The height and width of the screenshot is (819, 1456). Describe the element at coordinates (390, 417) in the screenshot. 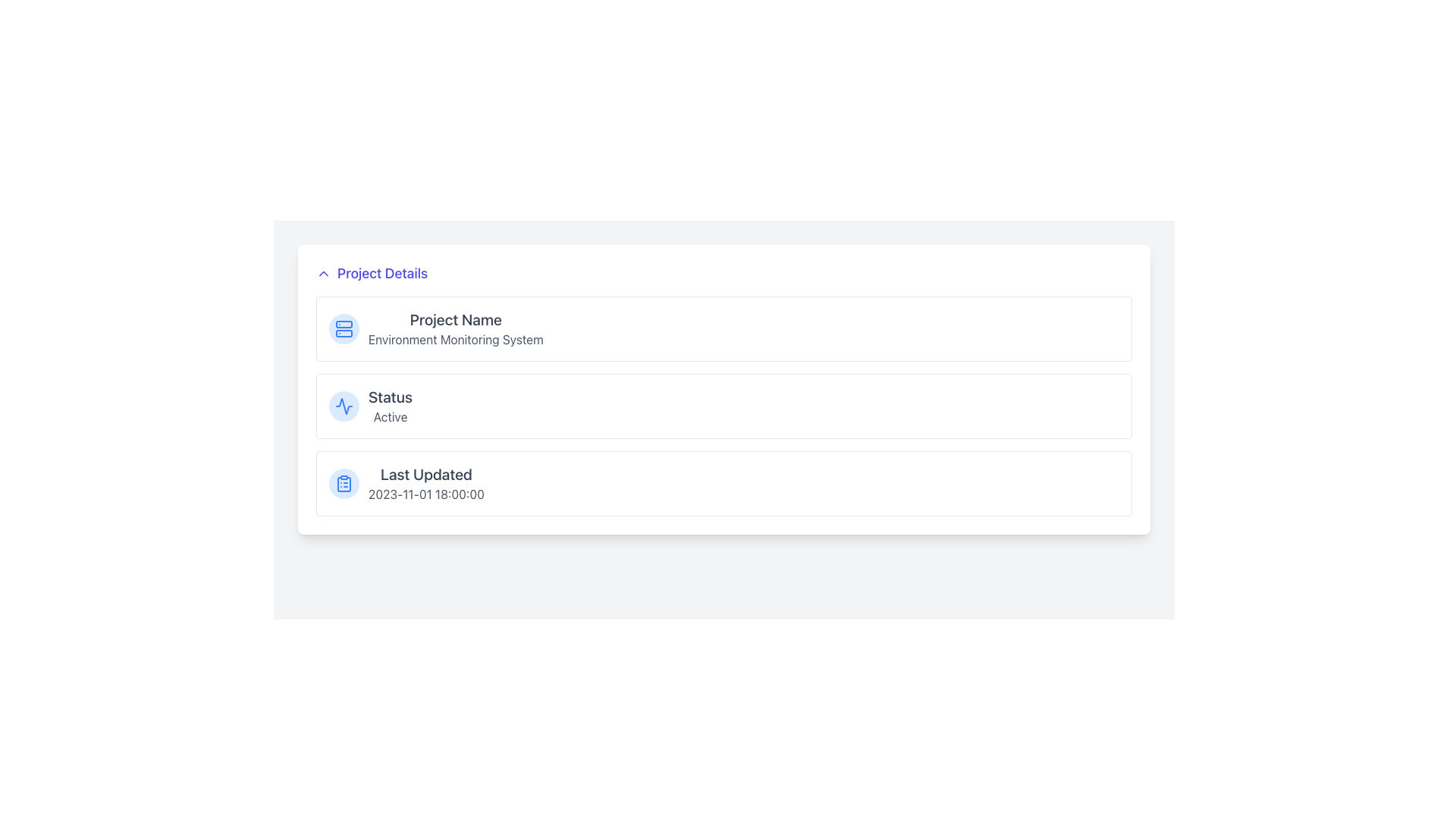

I see `status displayed in the text label located in the 'Status' subsection of the 'Project Details' card, positioned right below the title 'Status'` at that location.